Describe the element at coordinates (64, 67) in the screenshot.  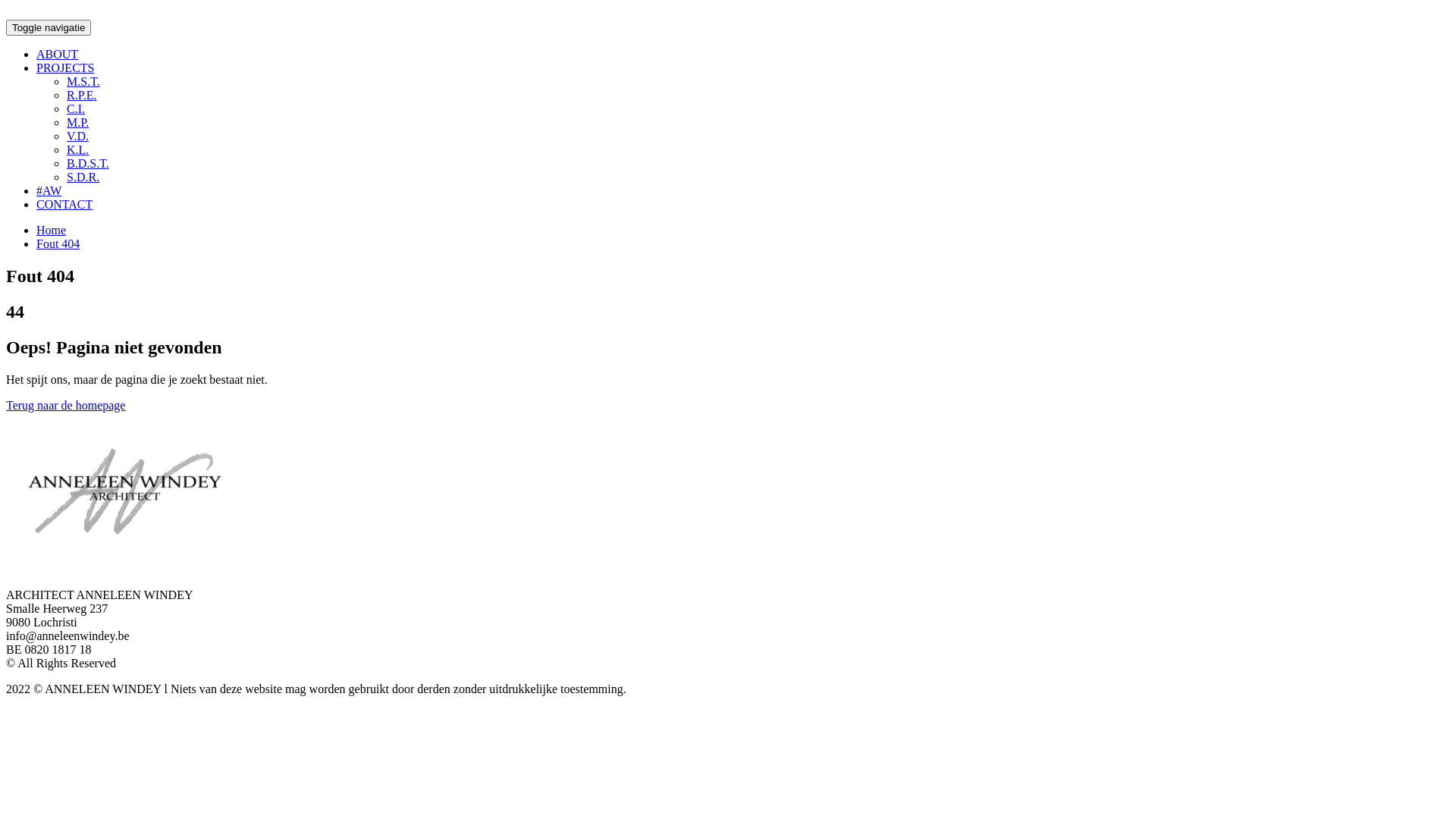
I see `'PROJECTS'` at that location.